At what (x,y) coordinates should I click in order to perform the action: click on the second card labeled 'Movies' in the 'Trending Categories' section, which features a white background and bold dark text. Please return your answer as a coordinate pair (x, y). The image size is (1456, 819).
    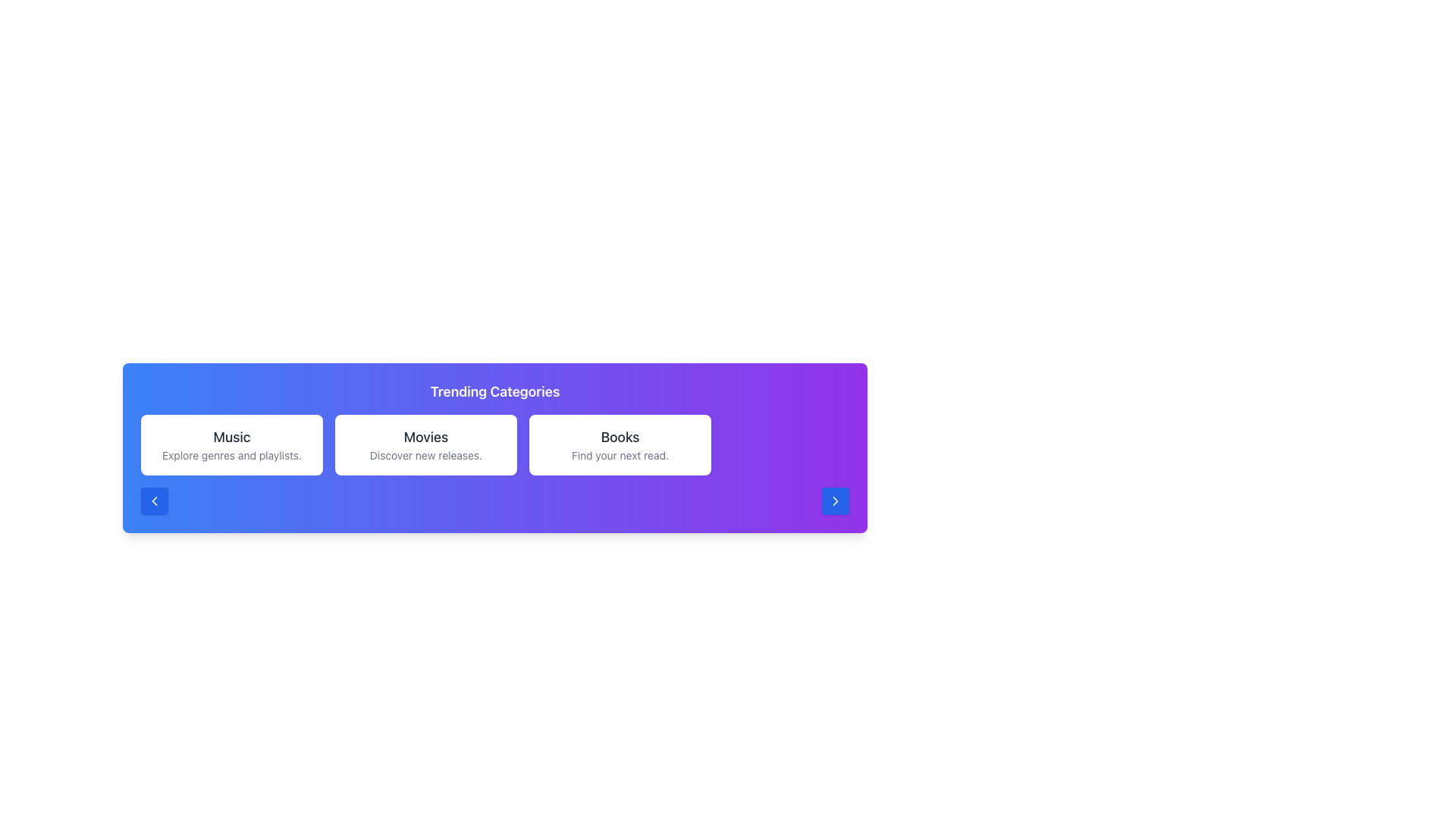
    Looking at the image, I should click on (425, 444).